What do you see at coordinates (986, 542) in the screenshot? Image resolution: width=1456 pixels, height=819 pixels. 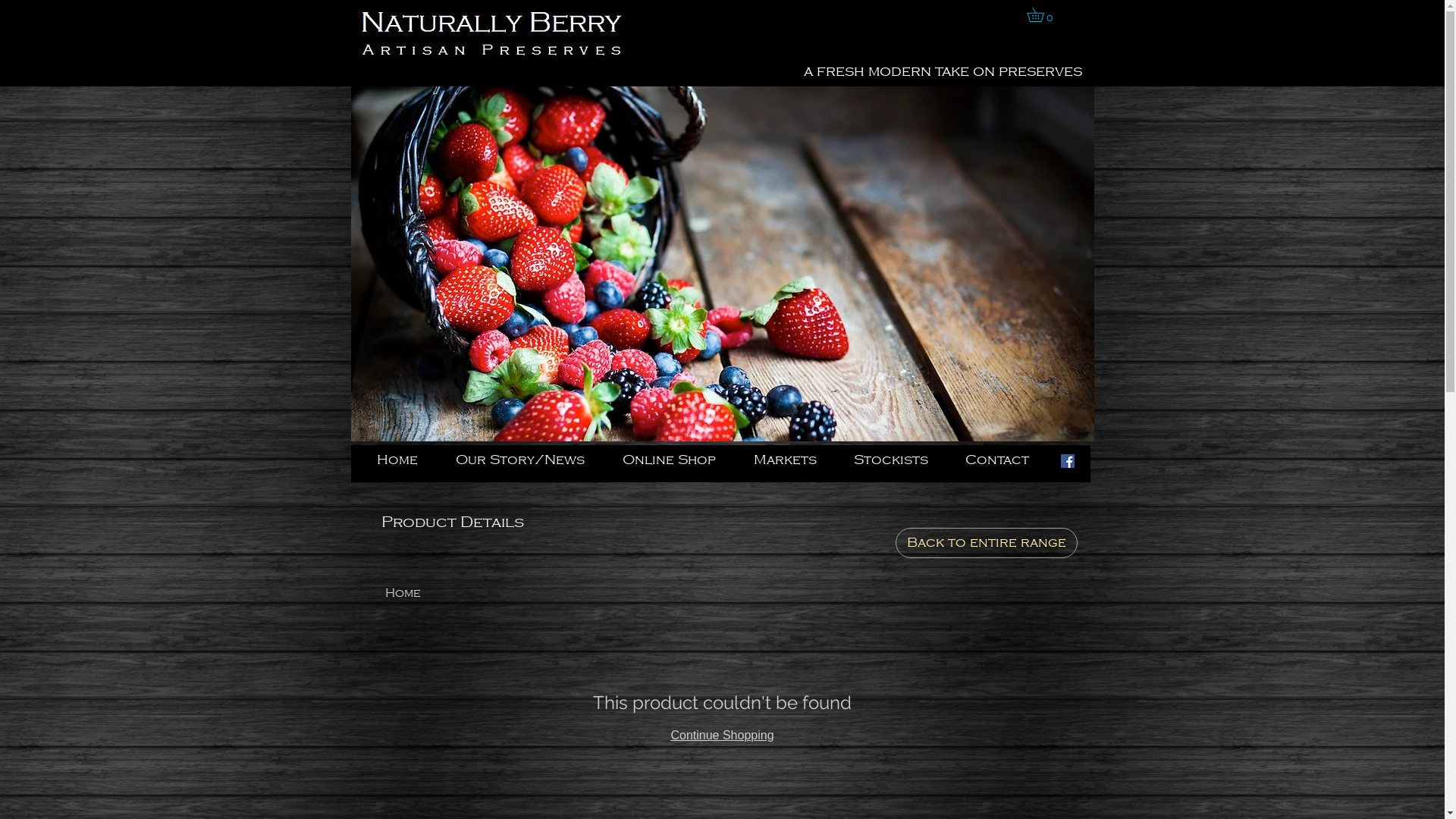 I see `'Back to entire range'` at bounding box center [986, 542].